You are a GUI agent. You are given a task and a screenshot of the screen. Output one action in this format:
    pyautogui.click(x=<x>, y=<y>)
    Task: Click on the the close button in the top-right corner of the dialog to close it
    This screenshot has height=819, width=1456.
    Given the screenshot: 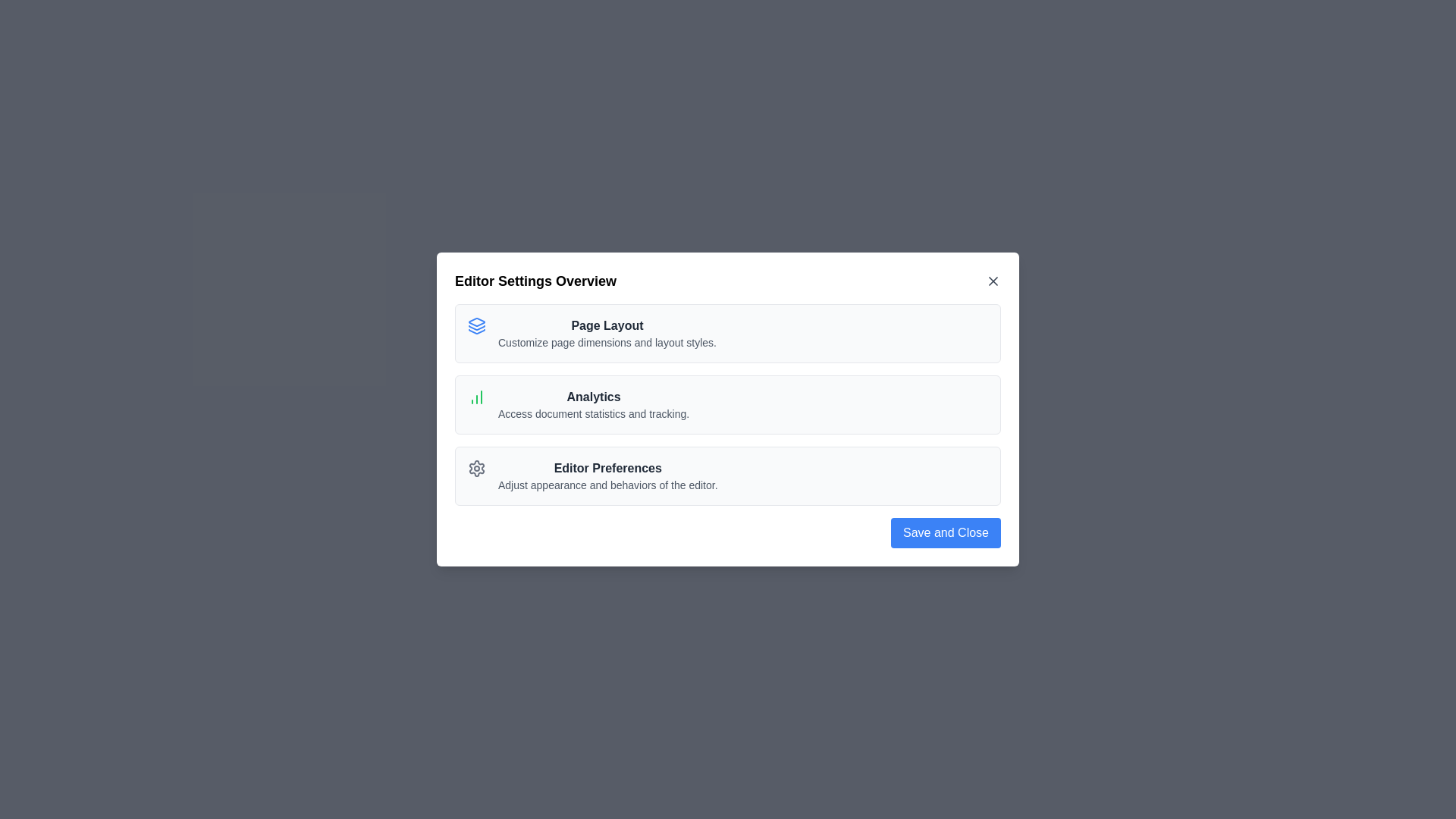 What is the action you would take?
    pyautogui.click(x=993, y=281)
    